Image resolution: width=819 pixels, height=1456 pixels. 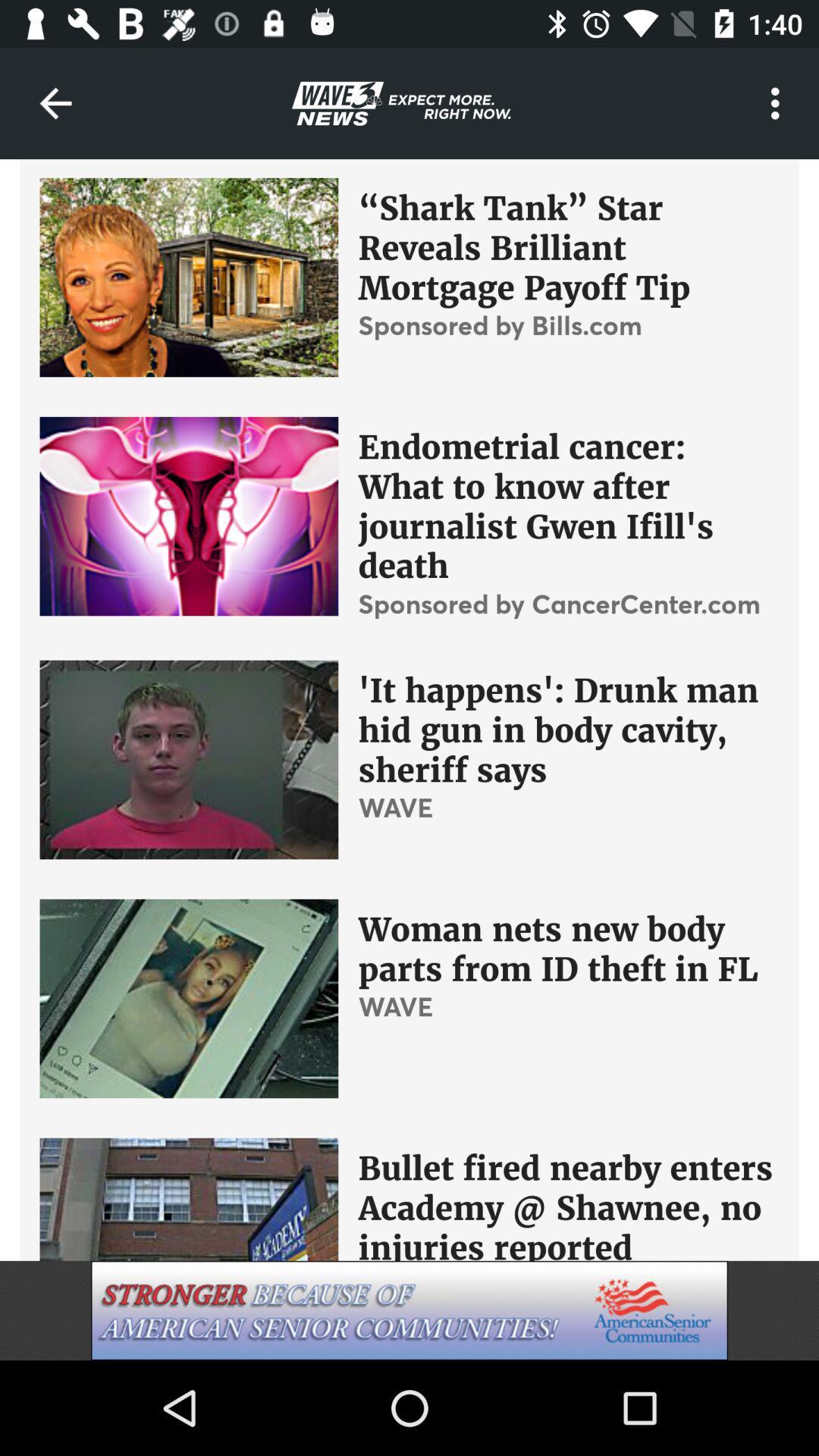 What do you see at coordinates (409, 1310) in the screenshot?
I see `advertisement banner` at bounding box center [409, 1310].